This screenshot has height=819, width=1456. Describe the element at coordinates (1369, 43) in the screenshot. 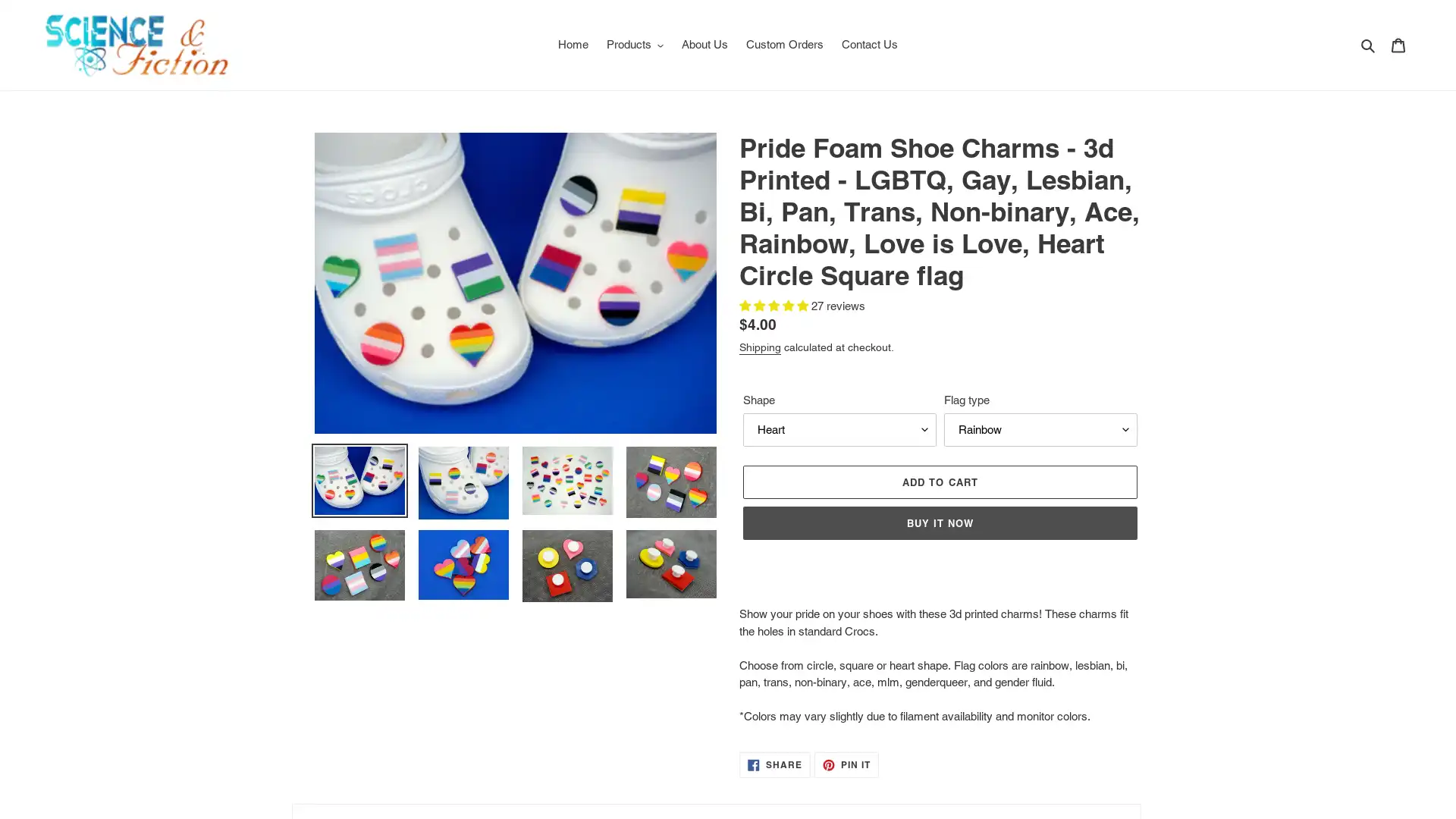

I see `Search` at that location.